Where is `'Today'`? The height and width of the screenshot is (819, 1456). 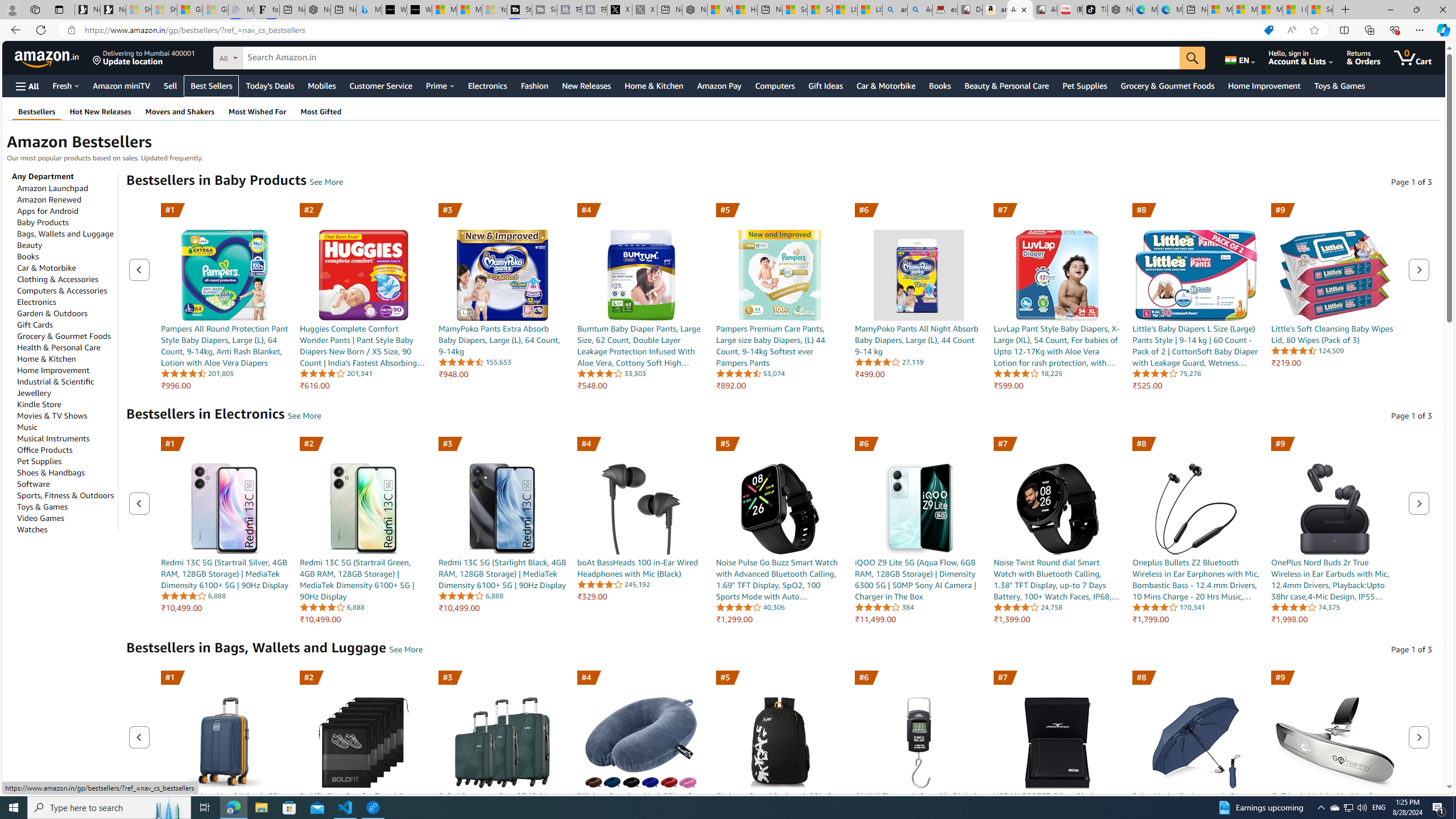 'Today' is located at coordinates (269, 85).